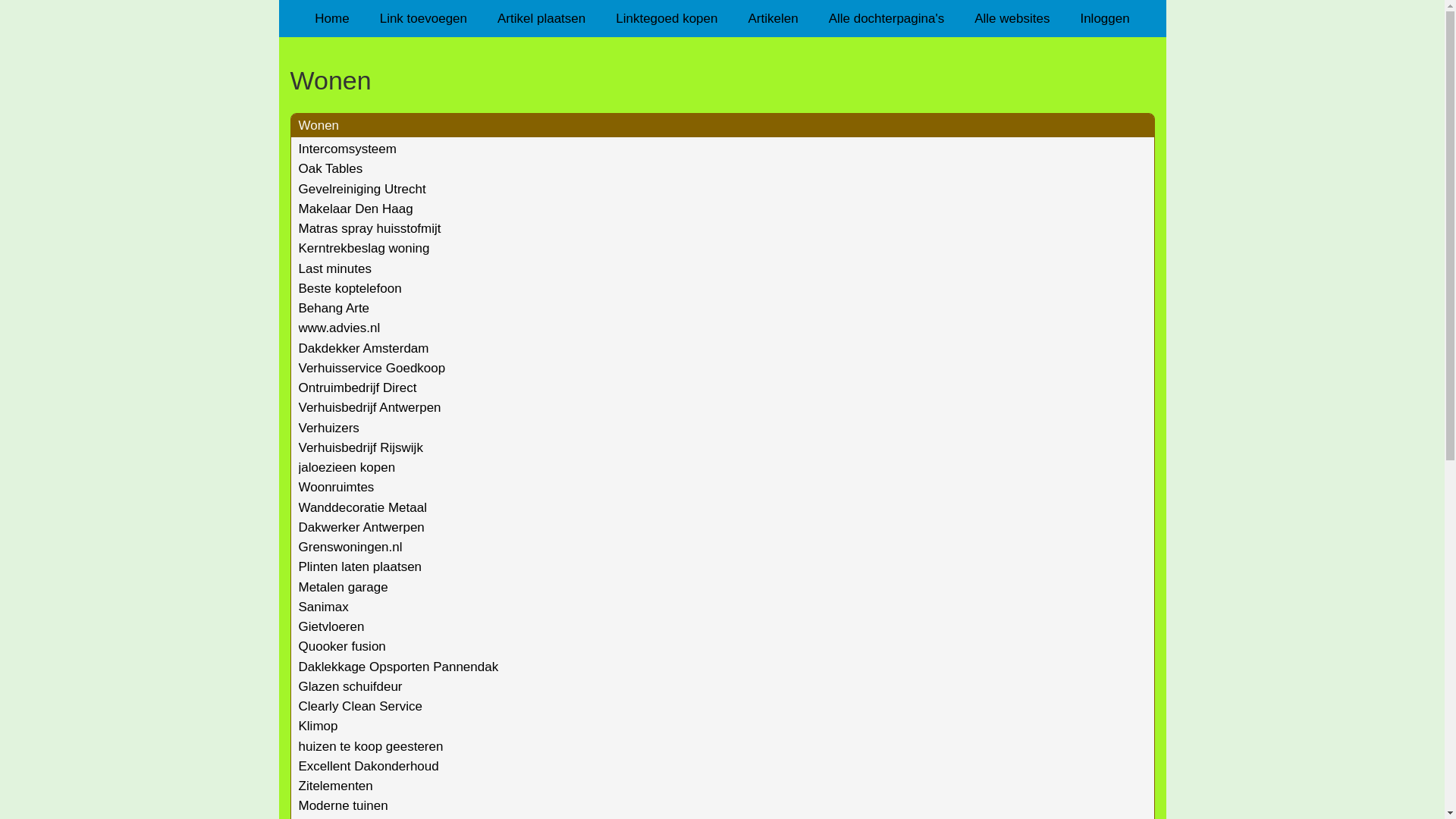 The image size is (1456, 819). Describe the element at coordinates (362, 507) in the screenshot. I see `'Wanddecoratie Metaal'` at that location.